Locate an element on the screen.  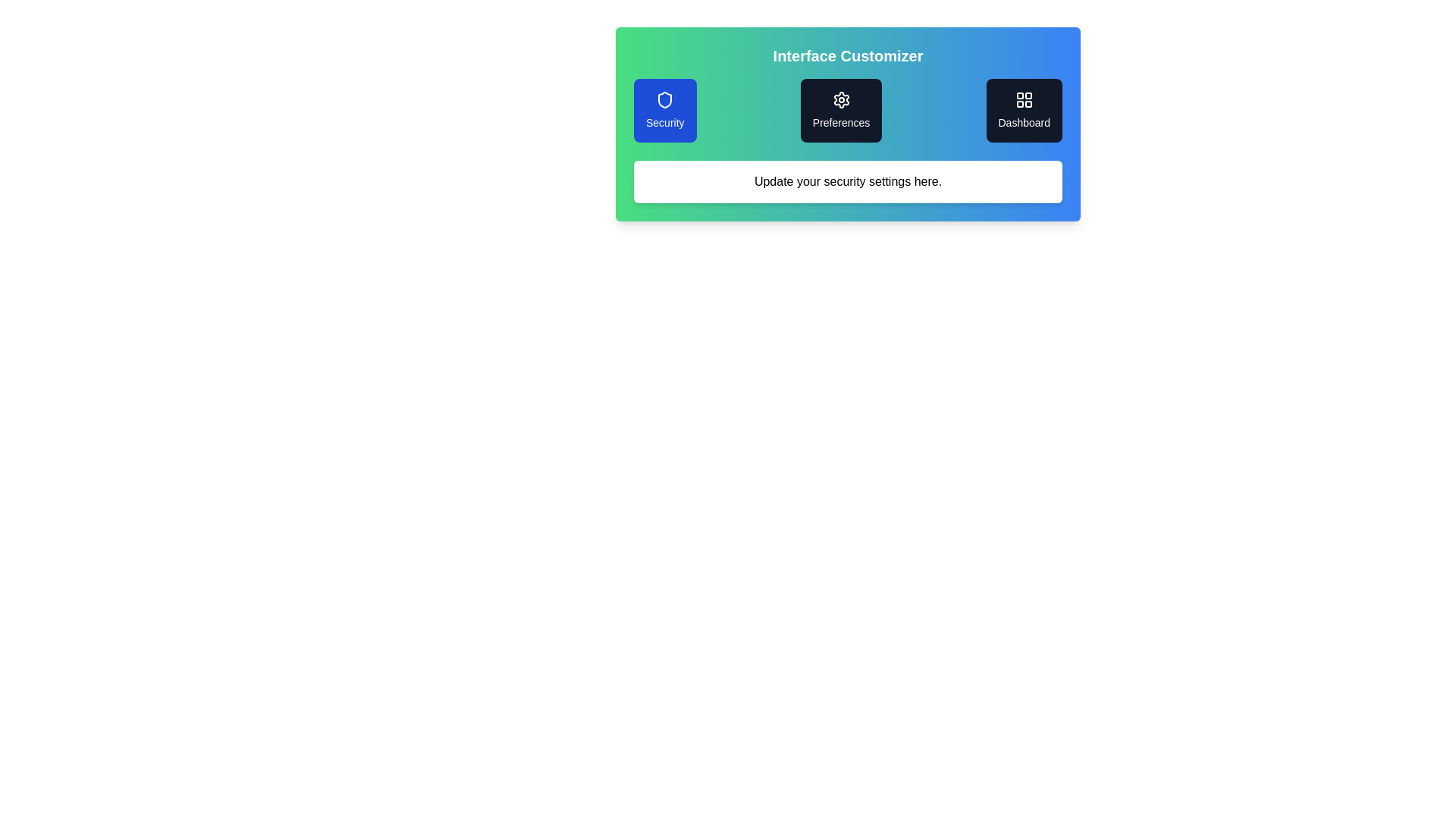
the grid-like icon composed of four smaller squares, styled with a line art design, that is positioned within the 'Dashboard' card is located at coordinates (1024, 99).